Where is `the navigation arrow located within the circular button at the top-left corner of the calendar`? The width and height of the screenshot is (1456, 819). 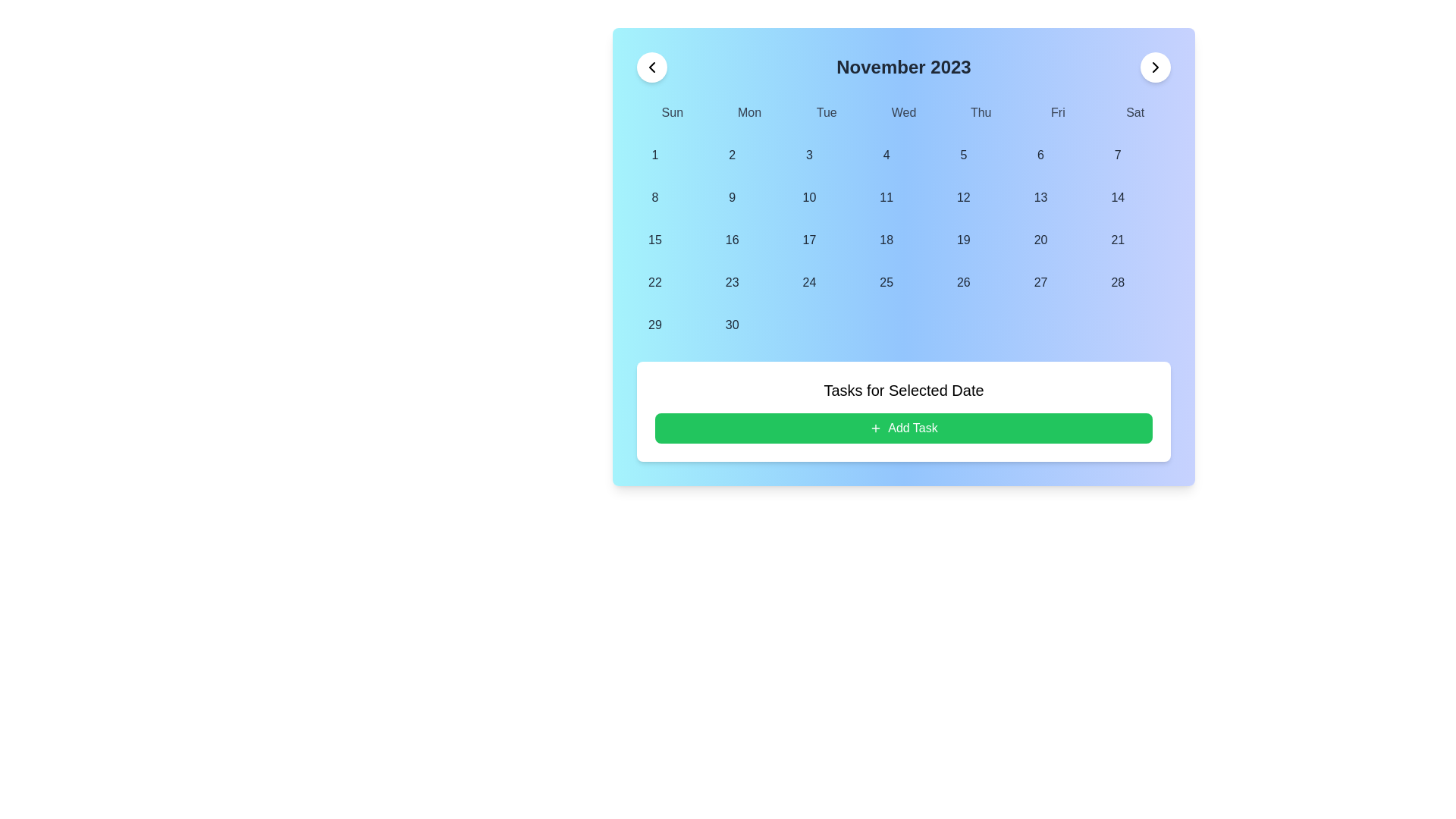
the navigation arrow located within the circular button at the top-left corner of the calendar is located at coordinates (651, 66).